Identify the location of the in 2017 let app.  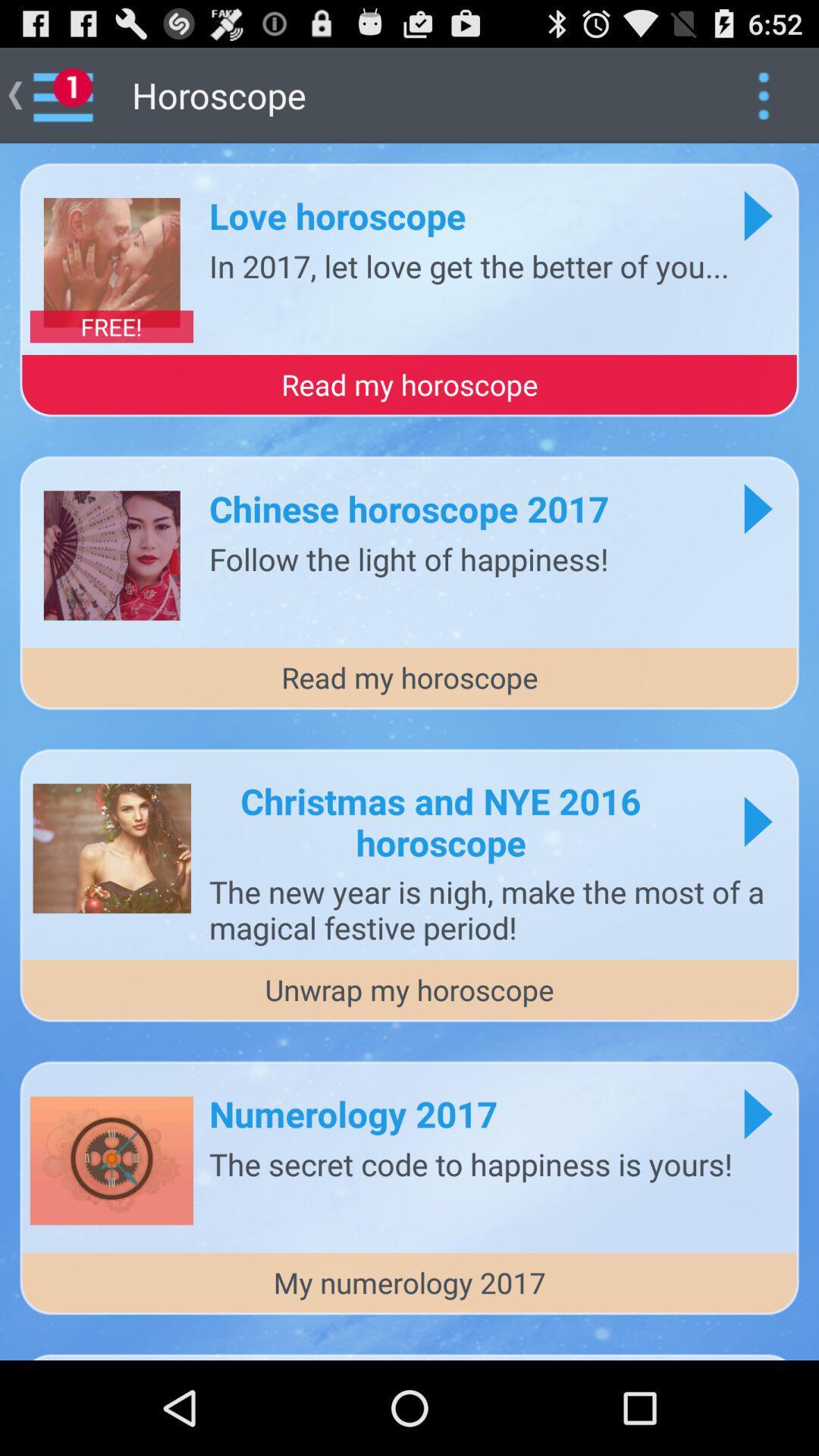
(468, 265).